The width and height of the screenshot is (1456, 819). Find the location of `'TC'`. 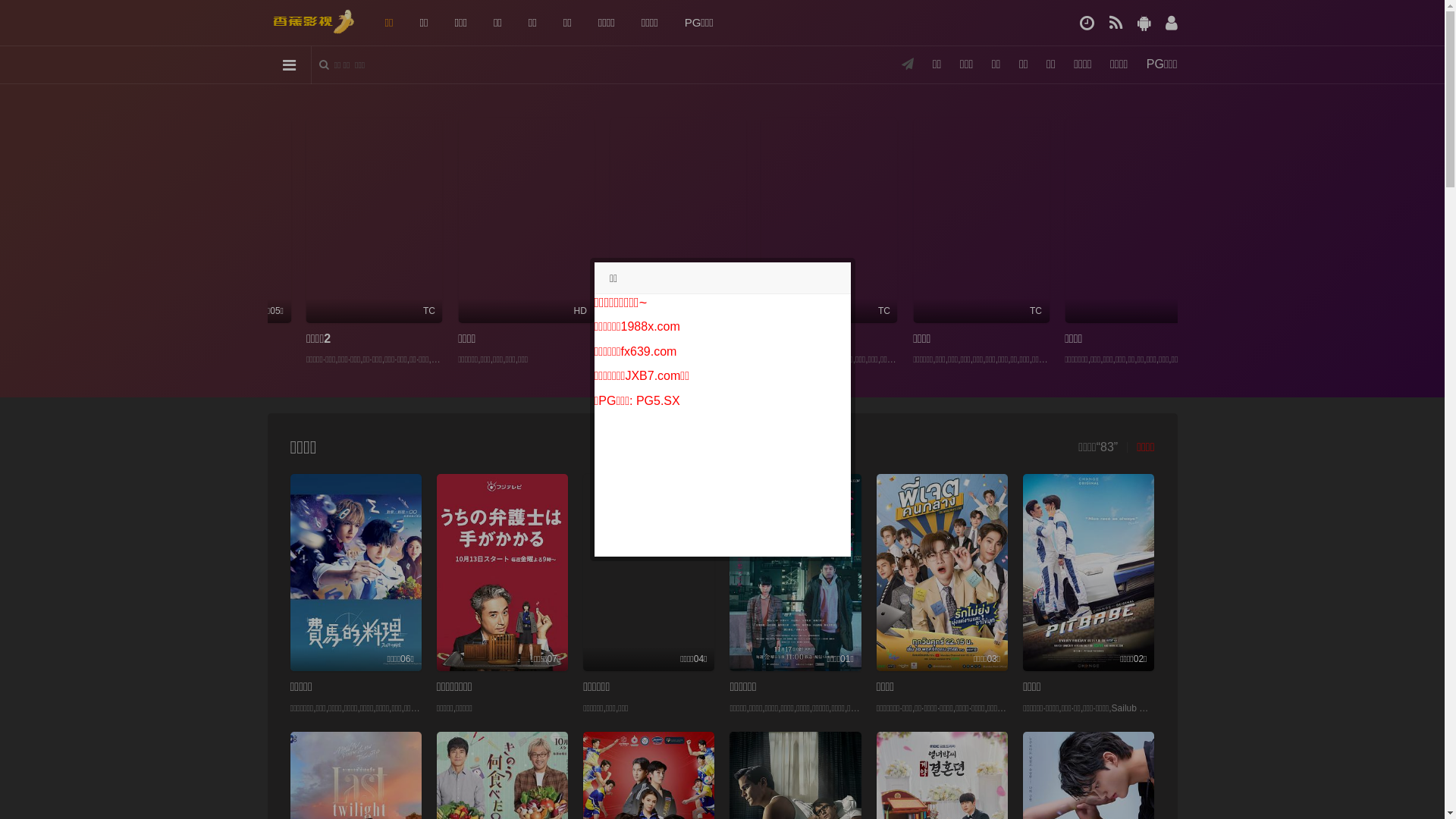

'TC' is located at coordinates (949, 220).